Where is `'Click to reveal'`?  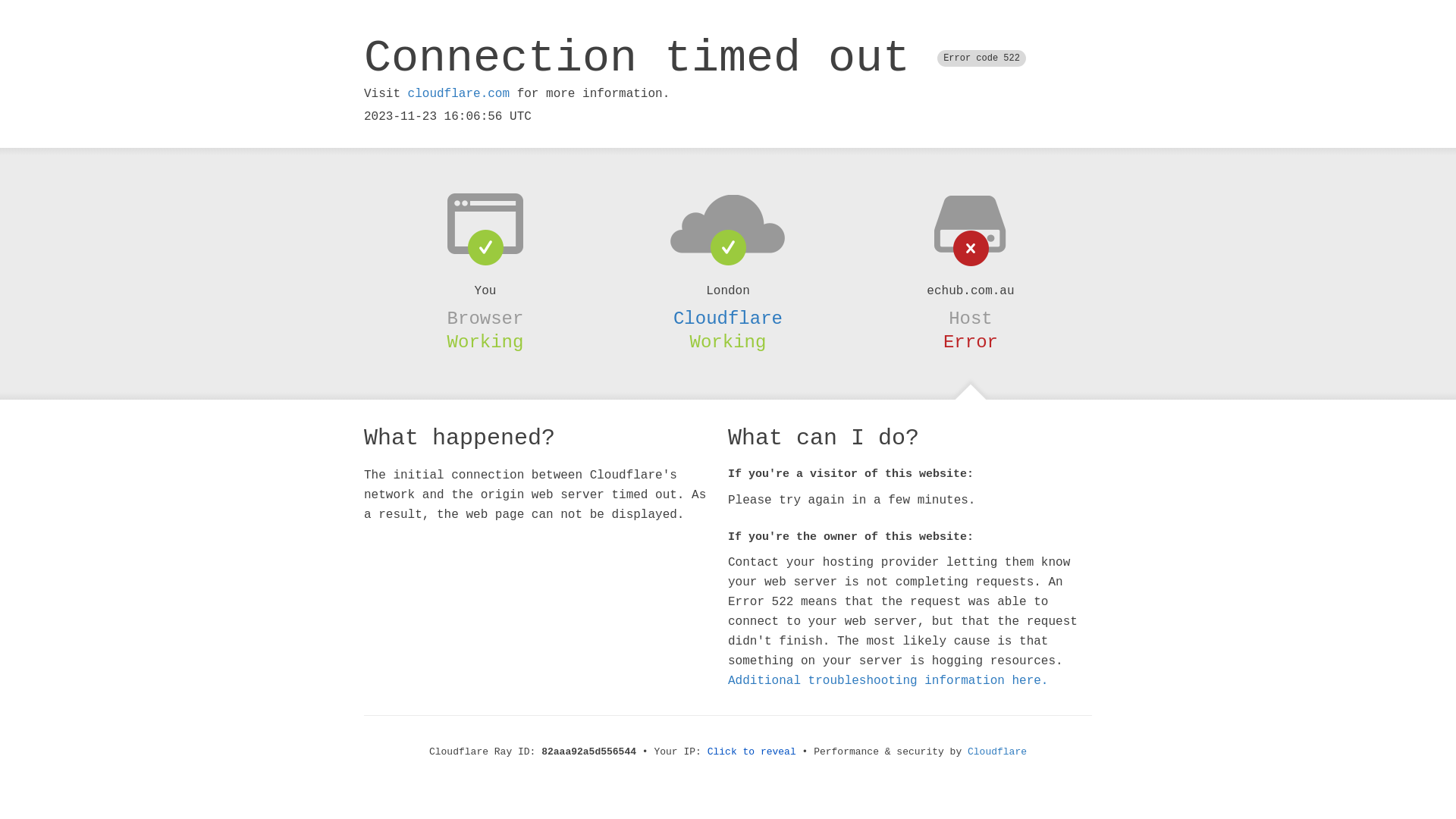 'Click to reveal' is located at coordinates (706, 752).